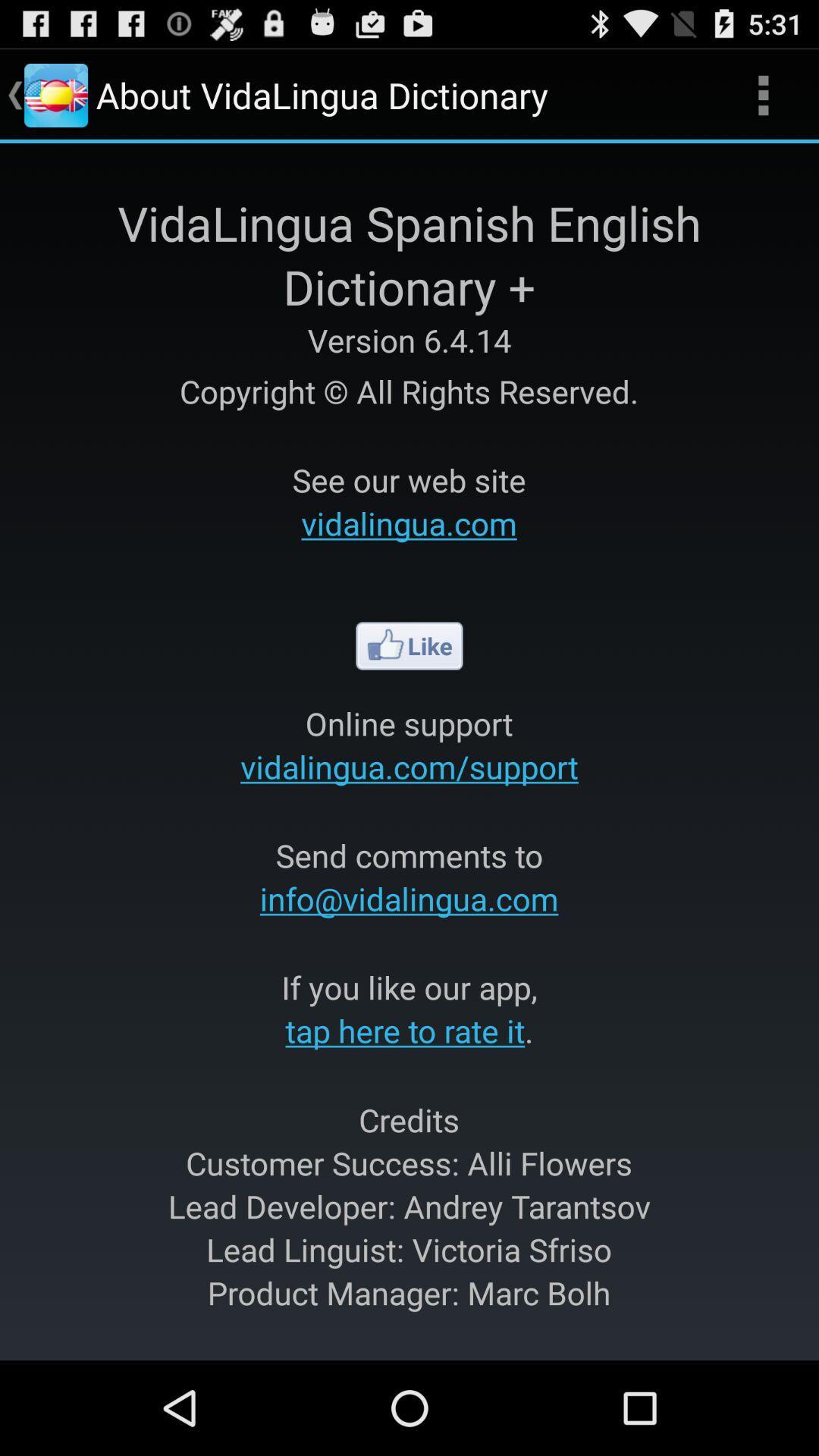  Describe the element at coordinates (763, 94) in the screenshot. I see `item above vidalingua spanish english app` at that location.